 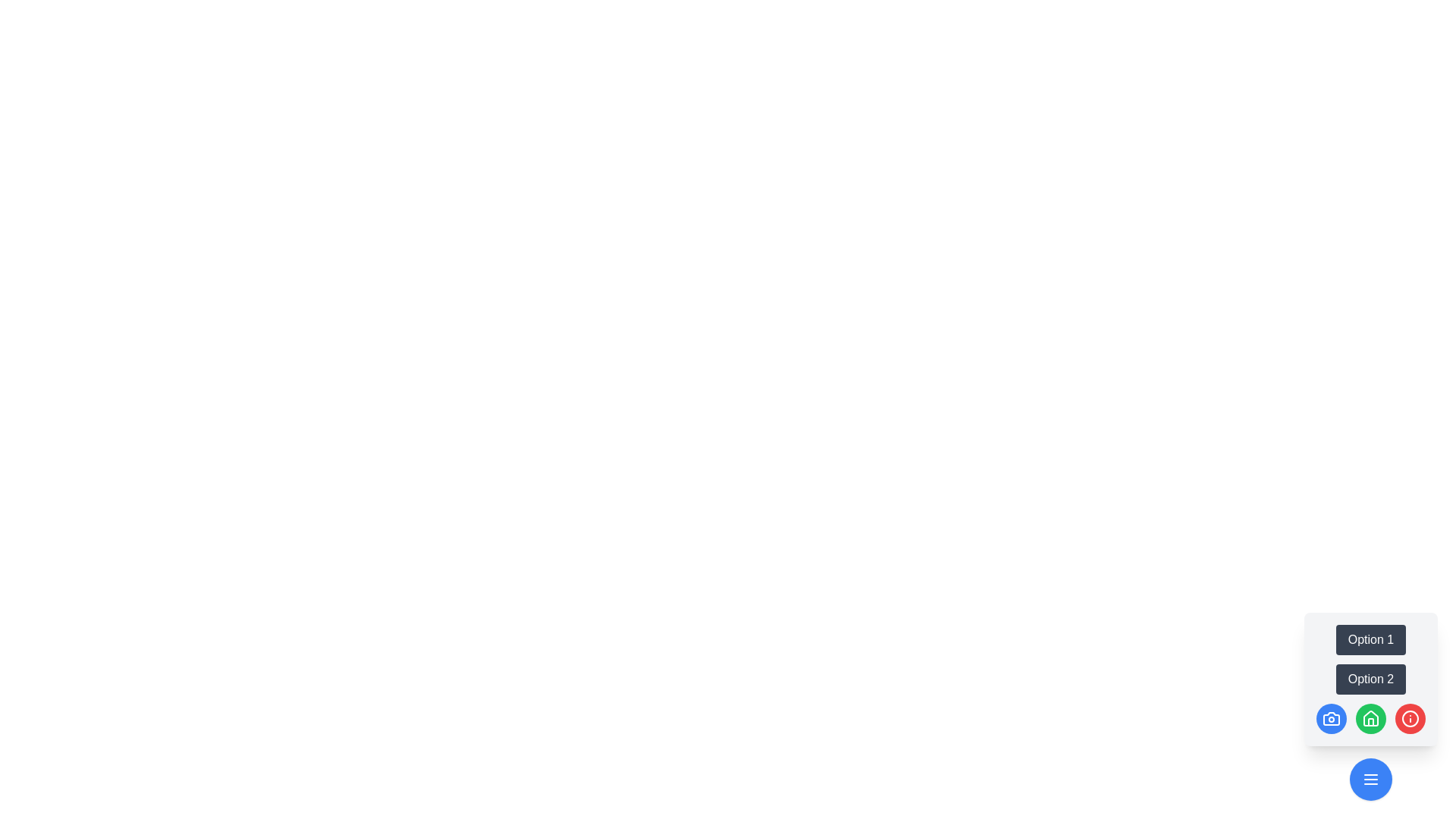 I want to click on the leftmost circular icon located near the bottom-right corner of the interface, so click(x=1331, y=718).